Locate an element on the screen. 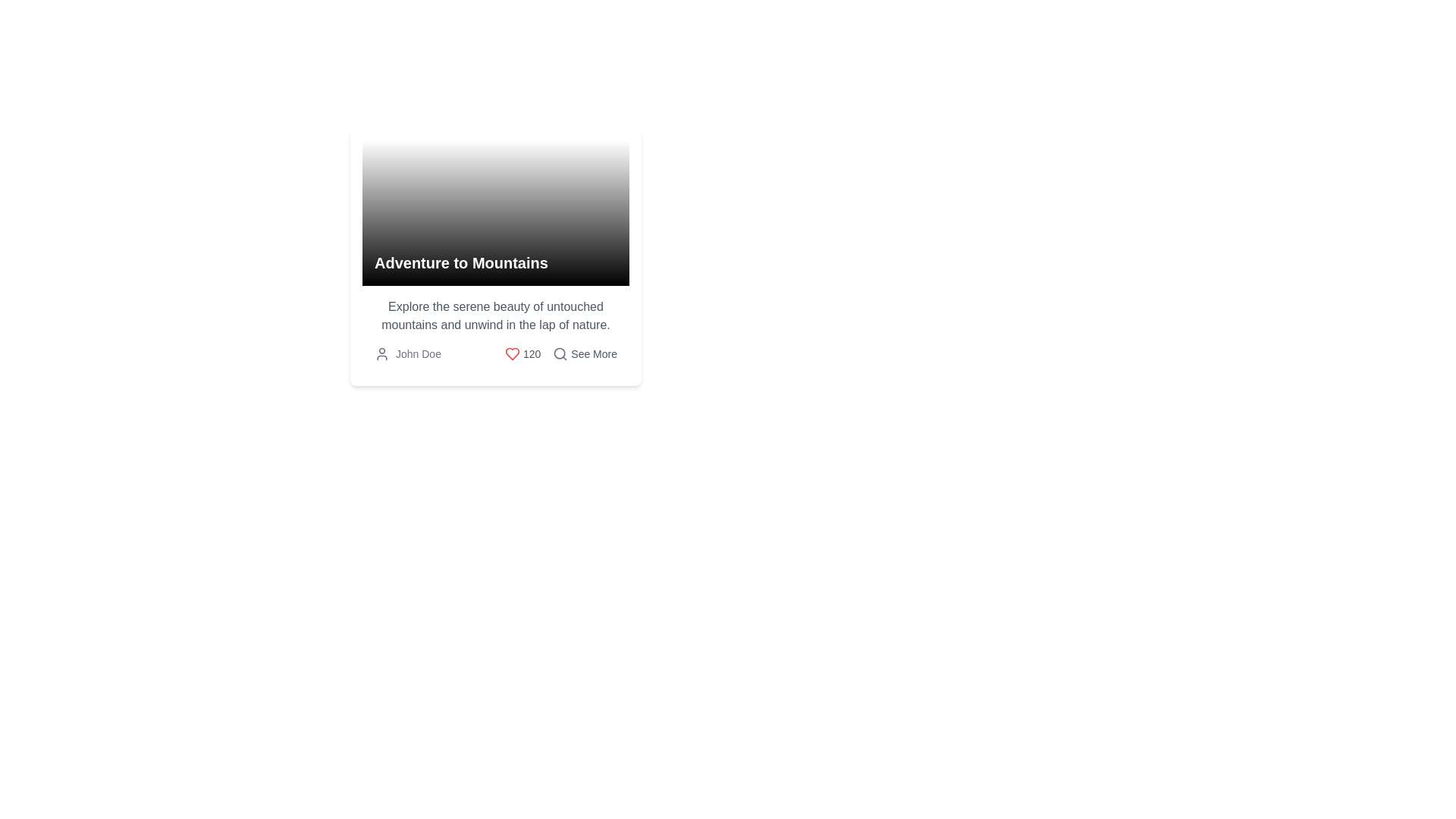  the search/explore icon located to the left of the 'See More' text in the lower section of the card is located at coordinates (560, 353).